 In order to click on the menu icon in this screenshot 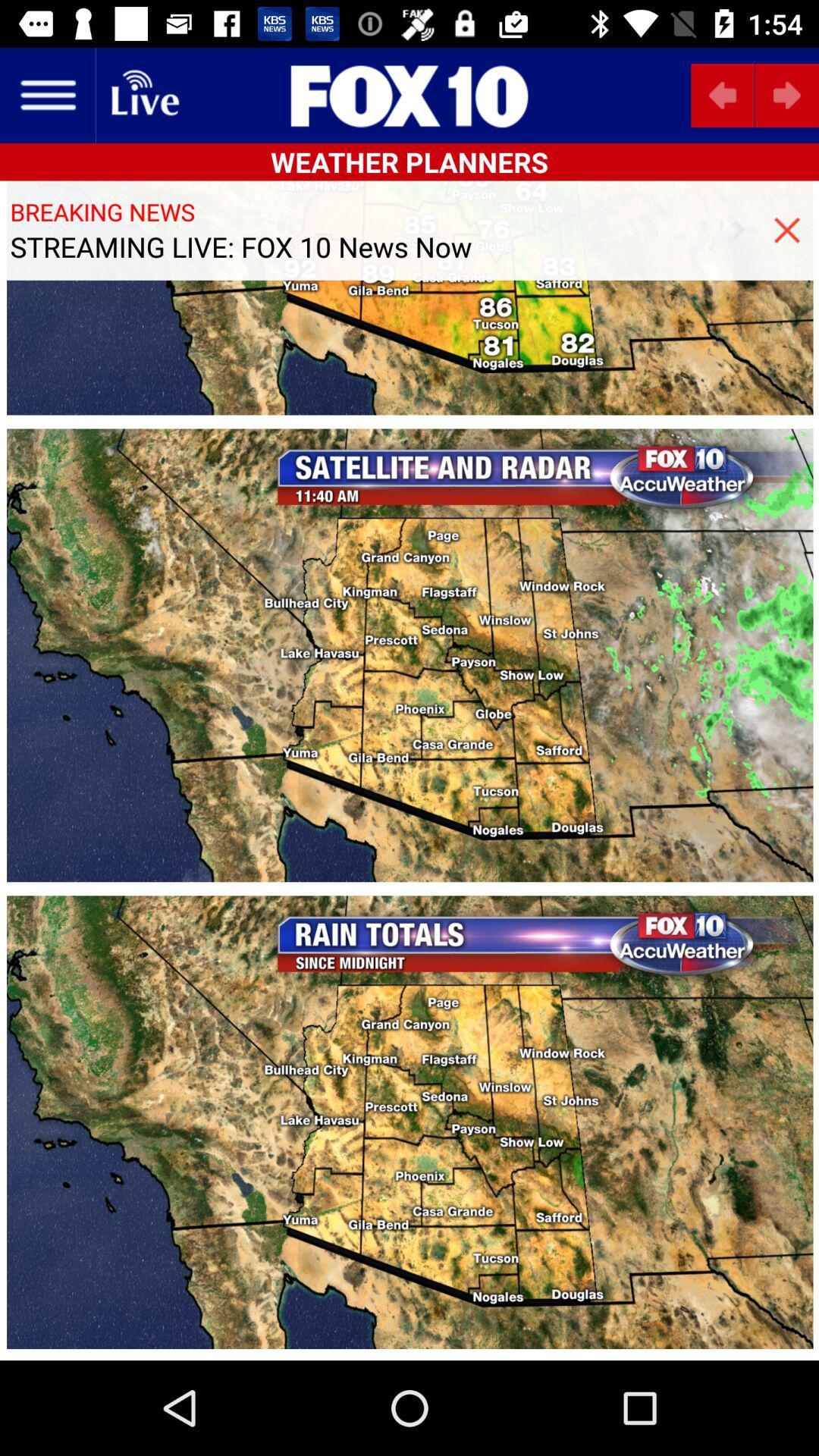, I will do `click(46, 94)`.